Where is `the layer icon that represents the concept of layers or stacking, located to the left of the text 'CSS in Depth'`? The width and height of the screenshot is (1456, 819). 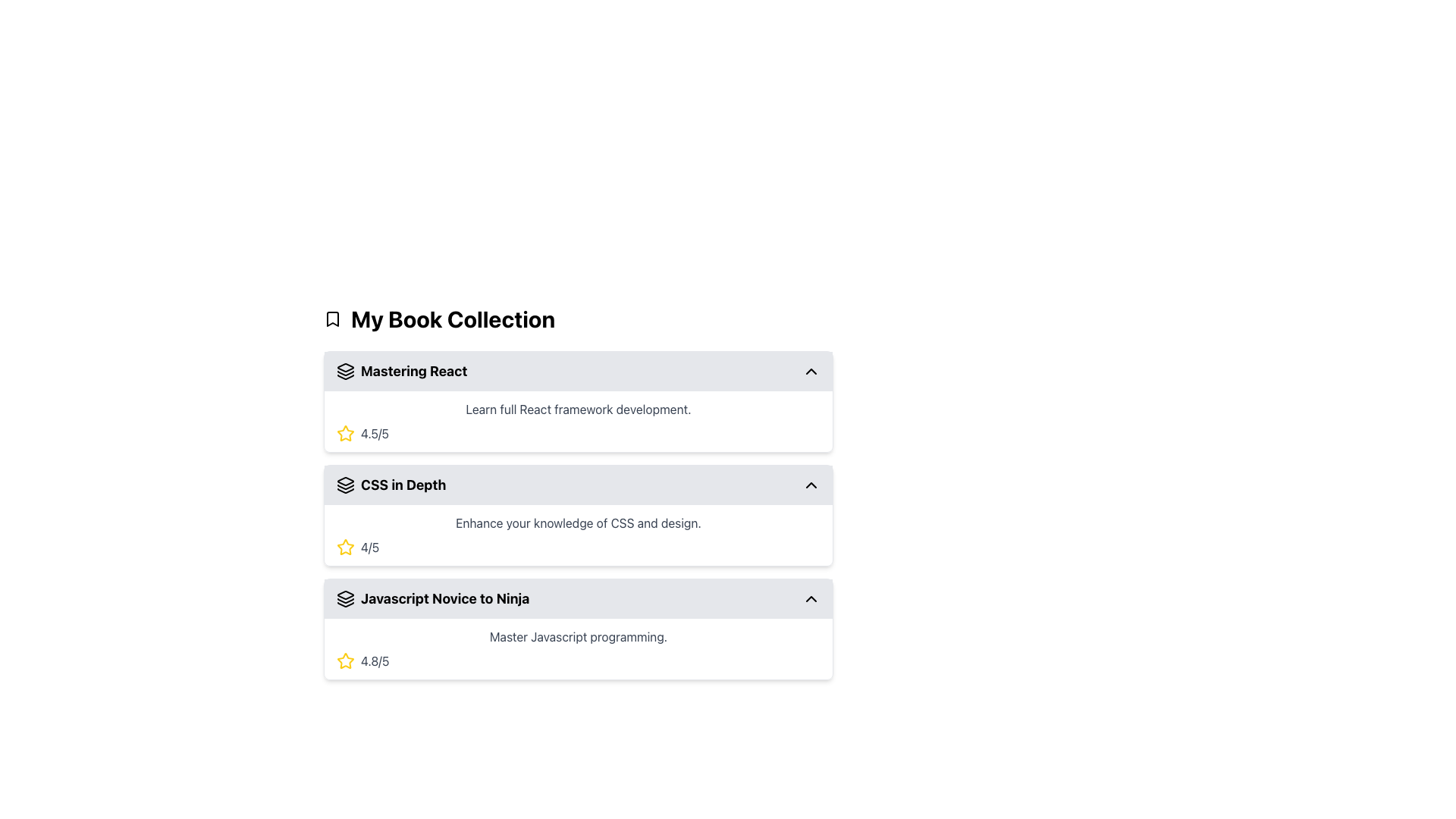 the layer icon that represents the concept of layers or stacking, located to the left of the text 'CSS in Depth' is located at coordinates (345, 485).